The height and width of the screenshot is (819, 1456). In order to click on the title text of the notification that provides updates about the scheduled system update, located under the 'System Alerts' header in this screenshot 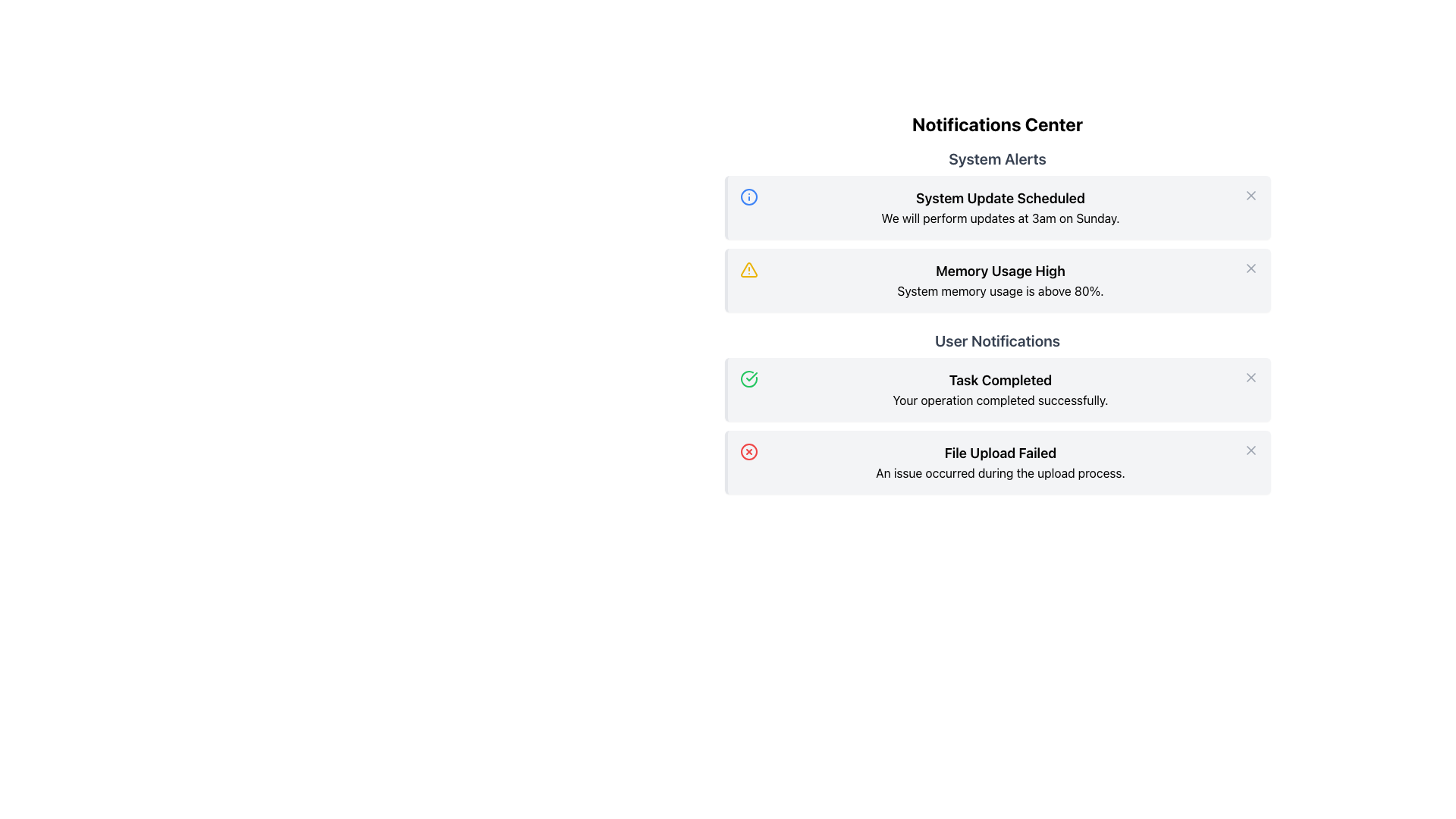, I will do `click(1000, 198)`.